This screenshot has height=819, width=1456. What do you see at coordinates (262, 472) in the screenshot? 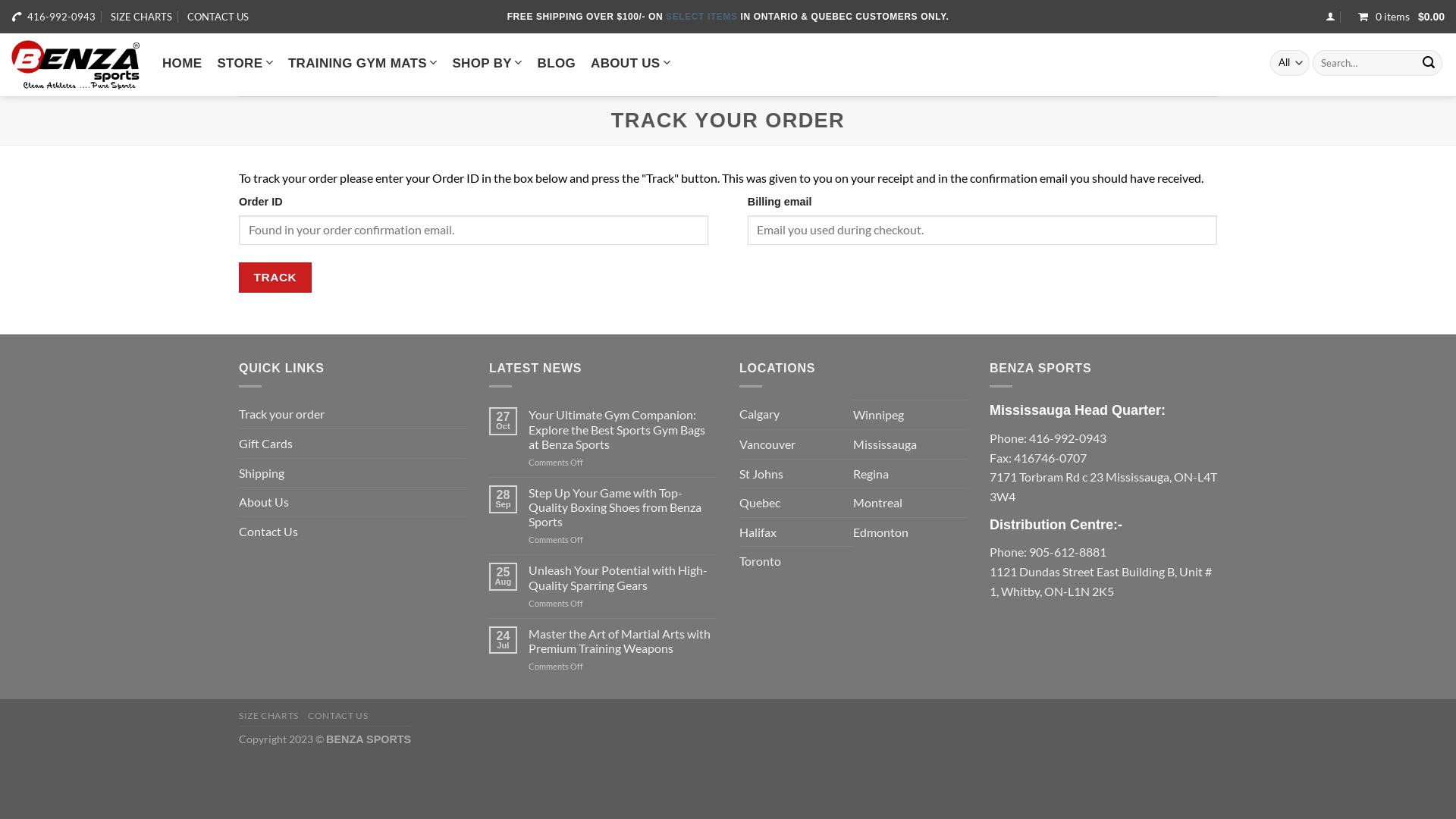
I see `'Shipping'` at bounding box center [262, 472].